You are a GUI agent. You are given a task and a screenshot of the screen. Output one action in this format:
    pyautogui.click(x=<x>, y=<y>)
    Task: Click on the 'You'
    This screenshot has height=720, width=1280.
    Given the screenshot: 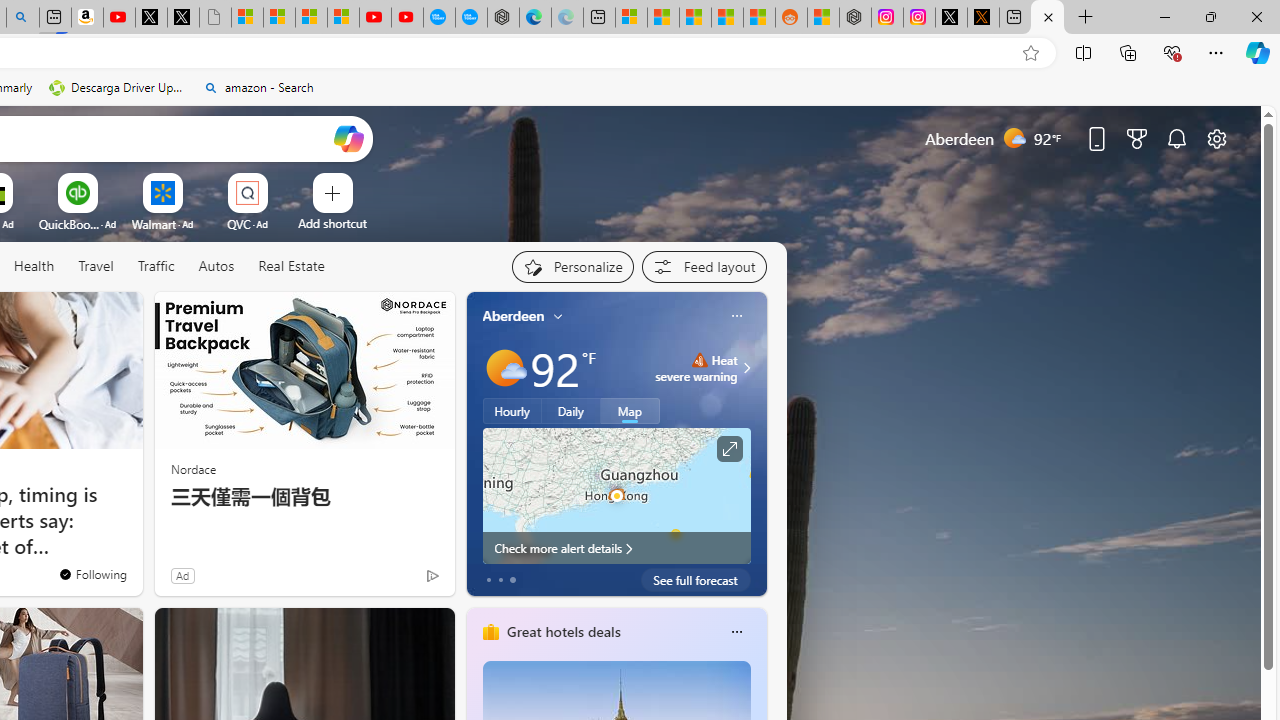 What is the action you would take?
    pyautogui.click(x=91, y=573)
    